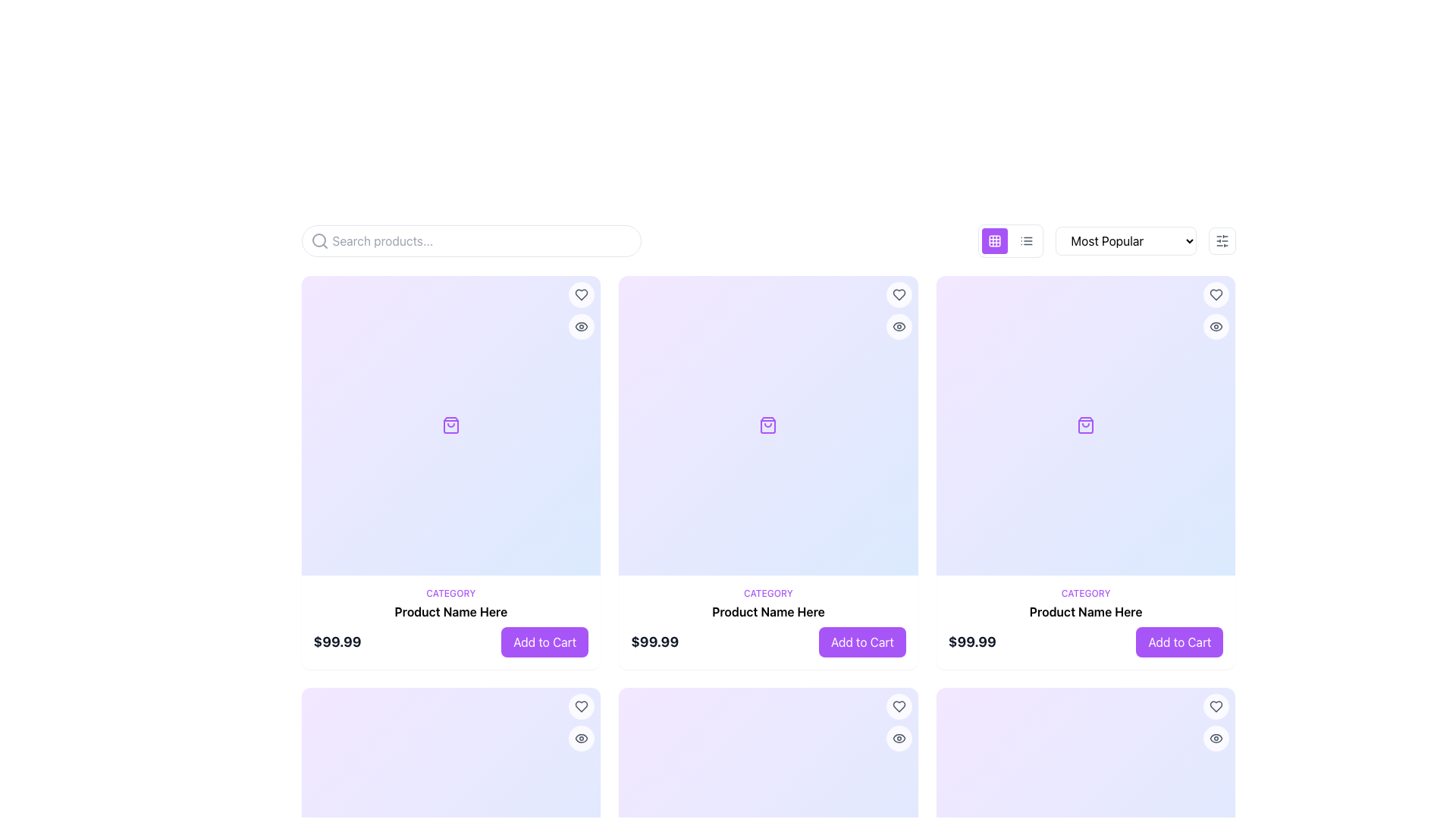 The width and height of the screenshot is (1456, 819). Describe the element at coordinates (1216, 295) in the screenshot. I see `the icon button located in the top-right corner of the rightmost product card in the top row of the grid layout` at that location.